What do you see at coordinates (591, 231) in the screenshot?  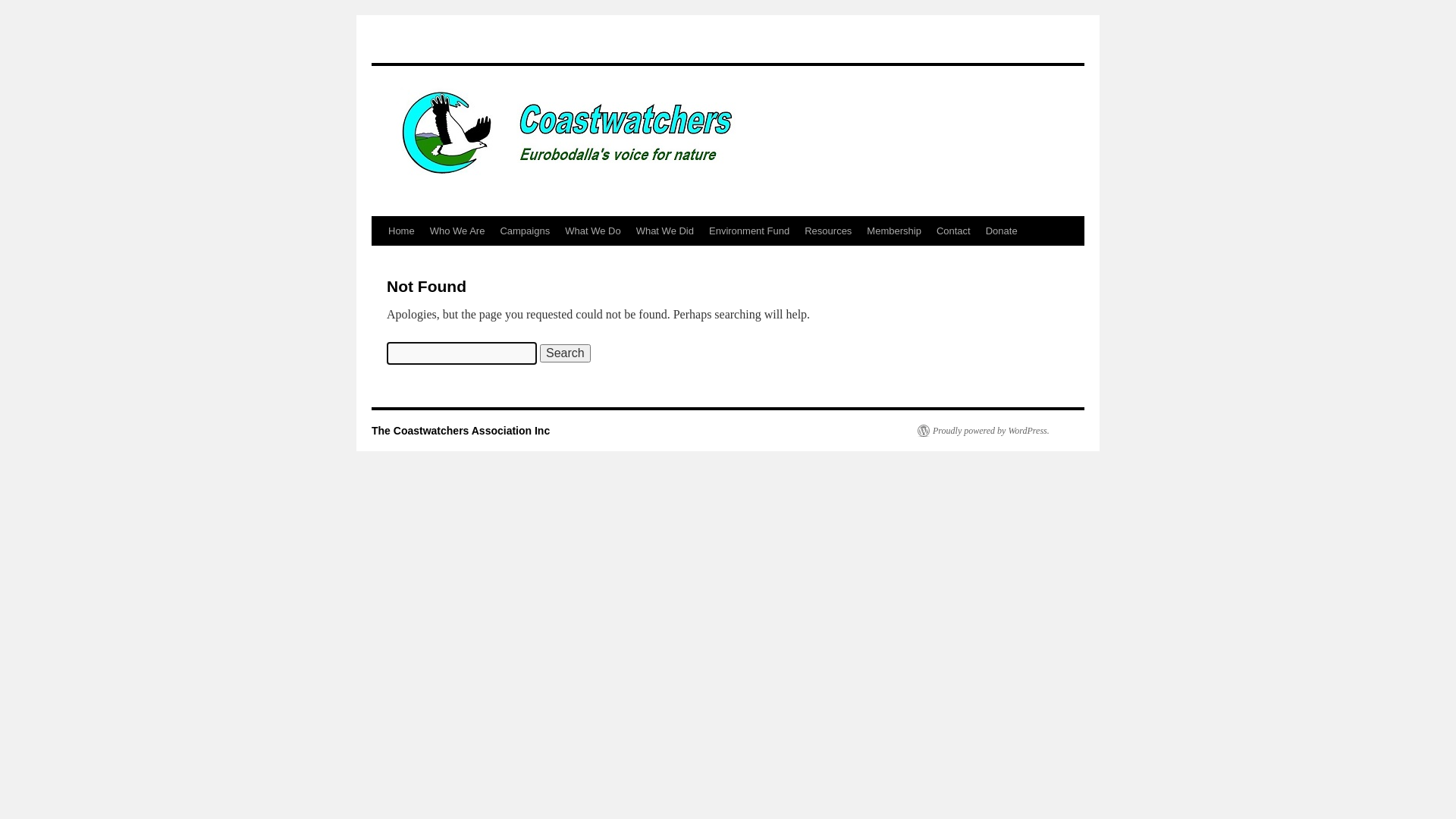 I see `'What We Do'` at bounding box center [591, 231].